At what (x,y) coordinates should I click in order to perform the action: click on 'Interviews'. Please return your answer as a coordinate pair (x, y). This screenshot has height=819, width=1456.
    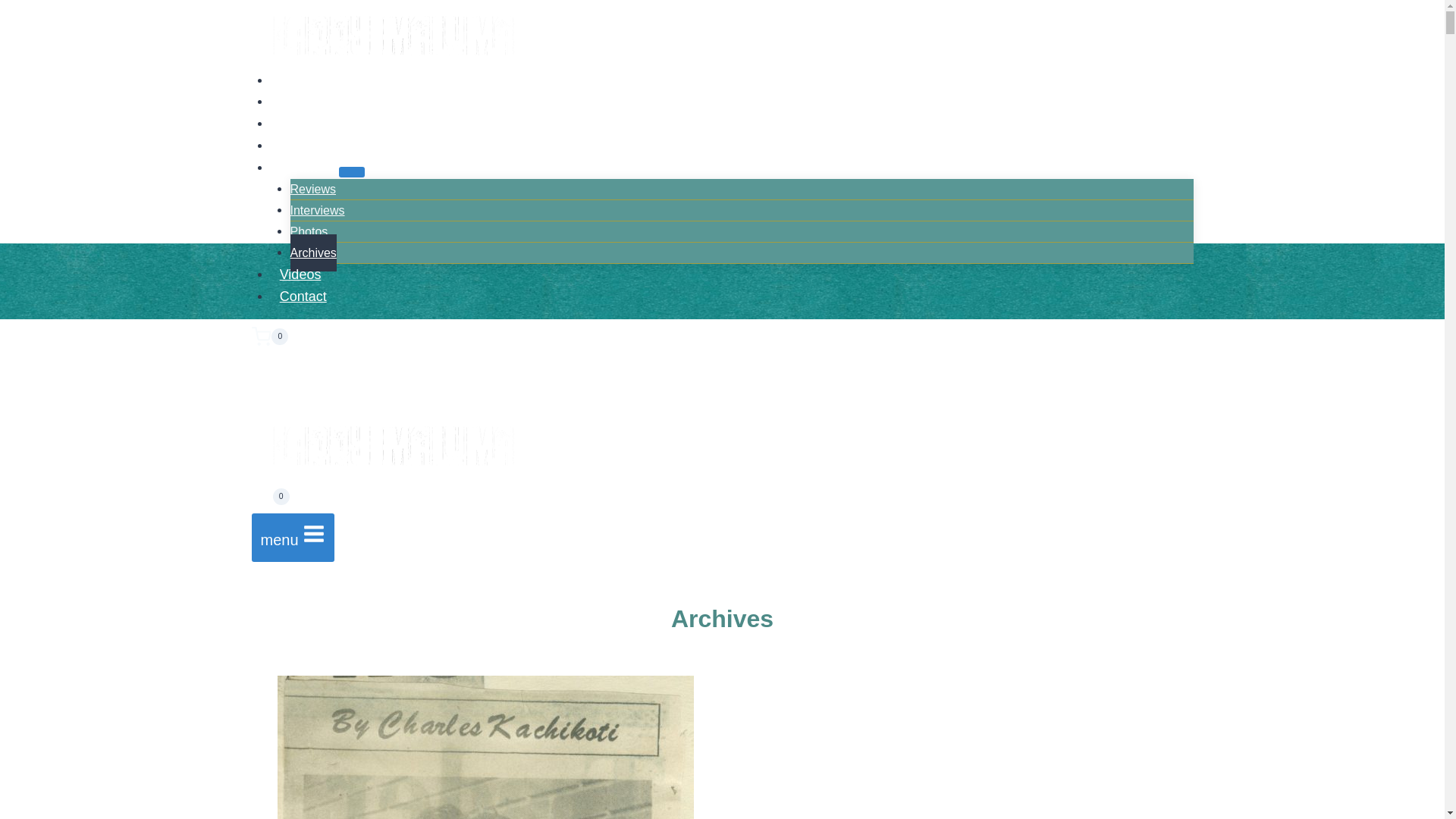
    Looking at the image, I should click on (315, 210).